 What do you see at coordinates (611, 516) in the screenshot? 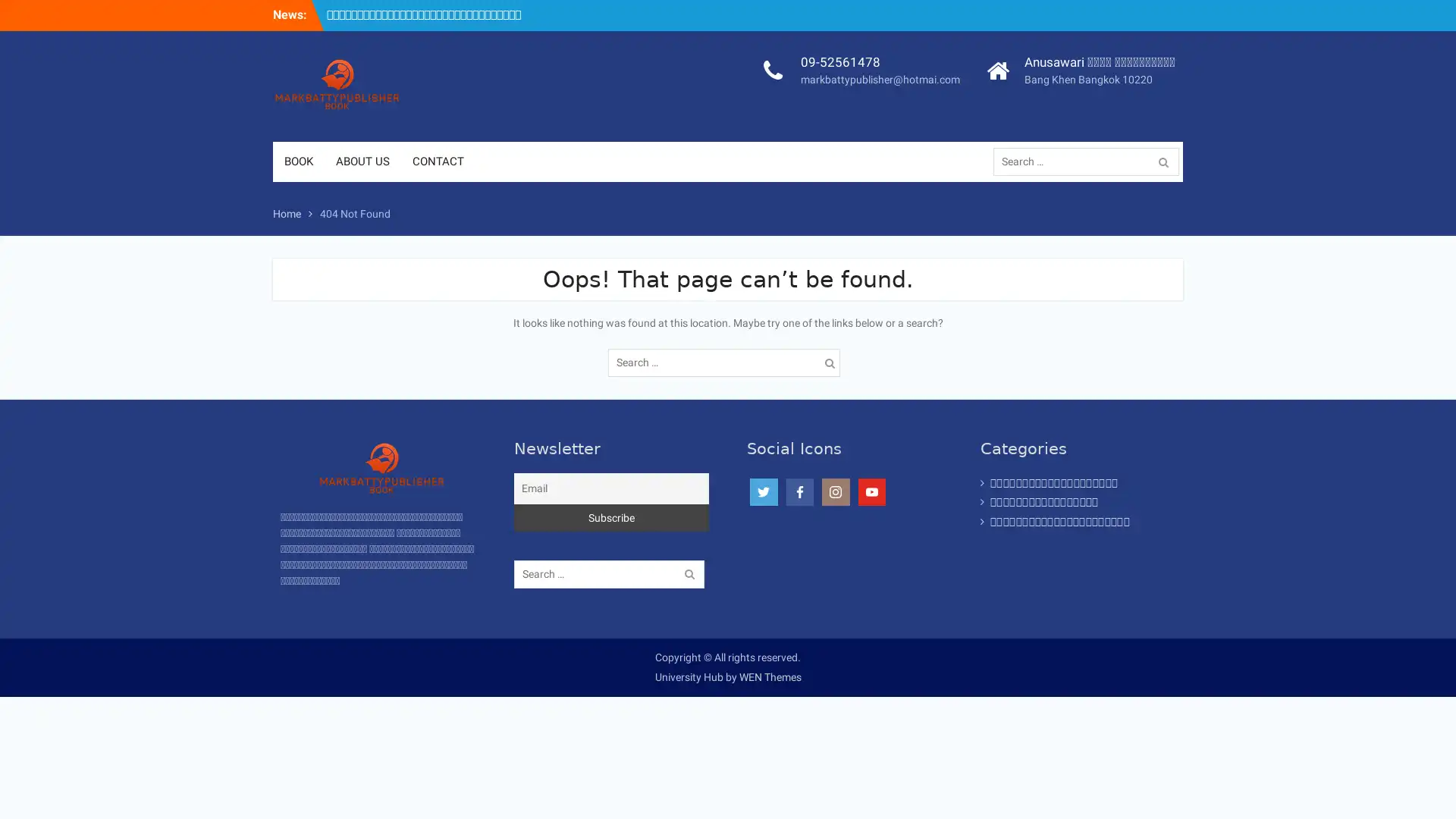
I see `Subscribe` at bounding box center [611, 516].